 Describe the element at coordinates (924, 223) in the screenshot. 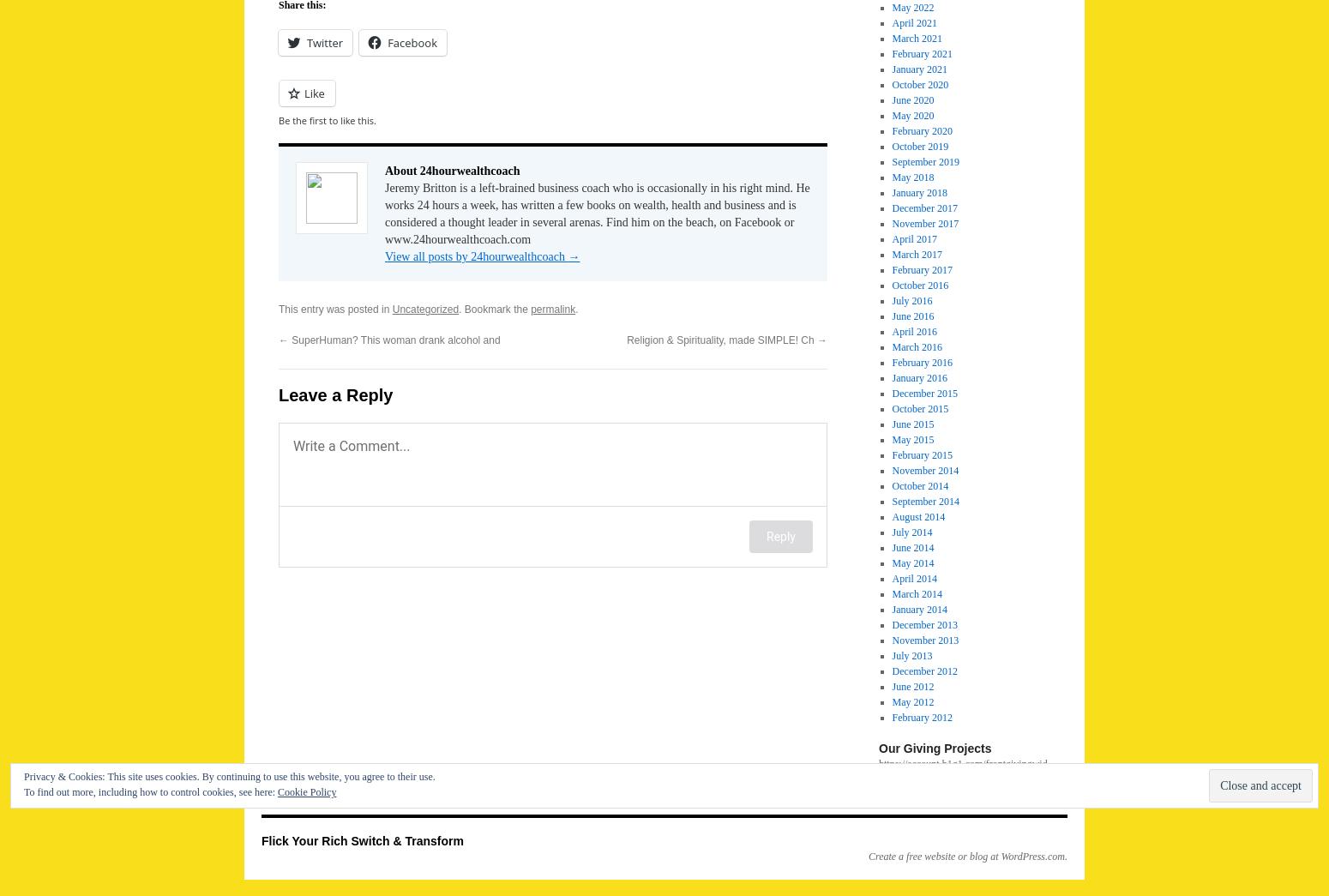

I see `'November 2017'` at that location.